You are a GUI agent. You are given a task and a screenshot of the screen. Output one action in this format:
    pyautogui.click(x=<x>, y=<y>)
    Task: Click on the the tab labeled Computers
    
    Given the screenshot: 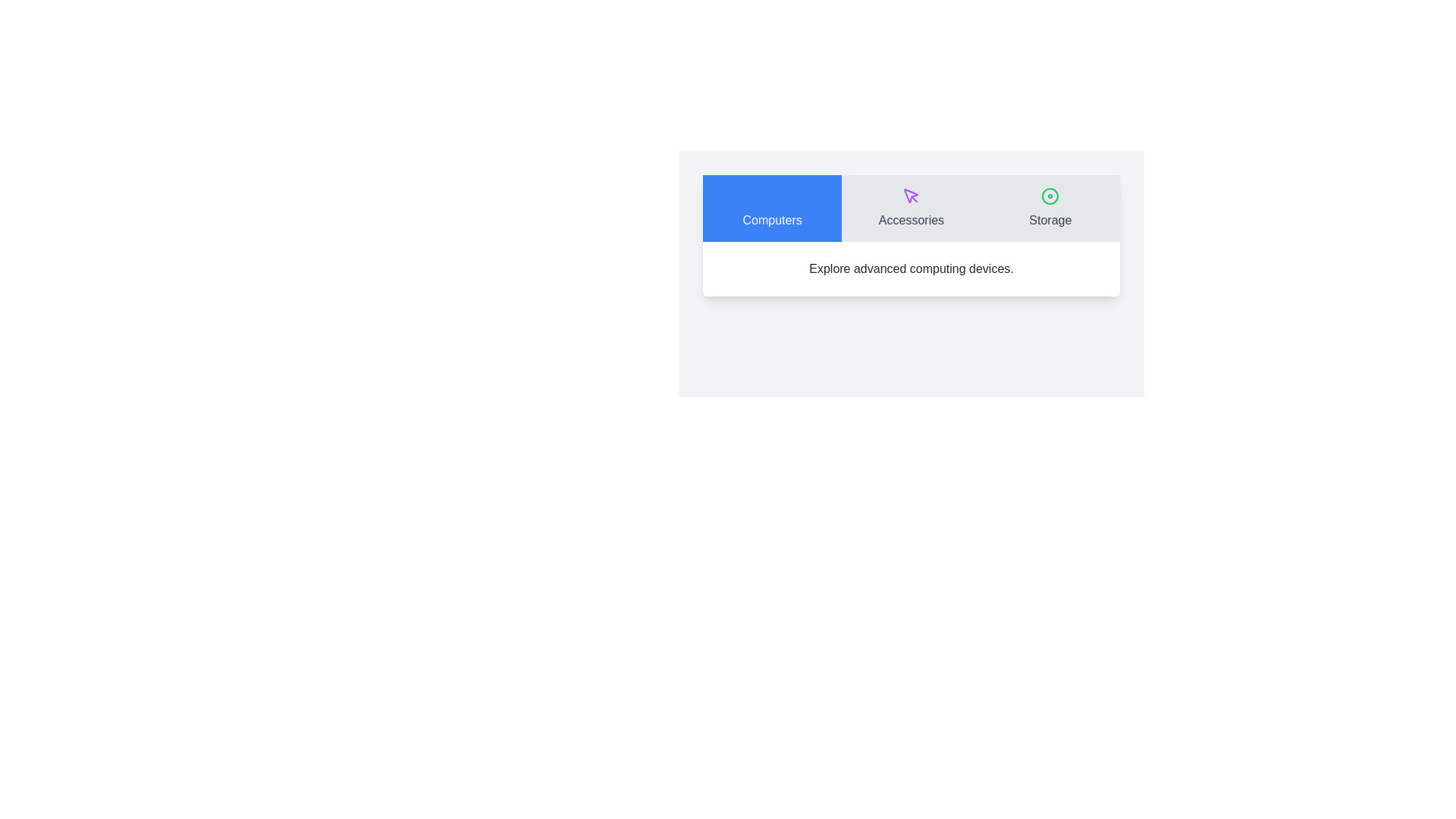 What is the action you would take?
    pyautogui.click(x=772, y=208)
    